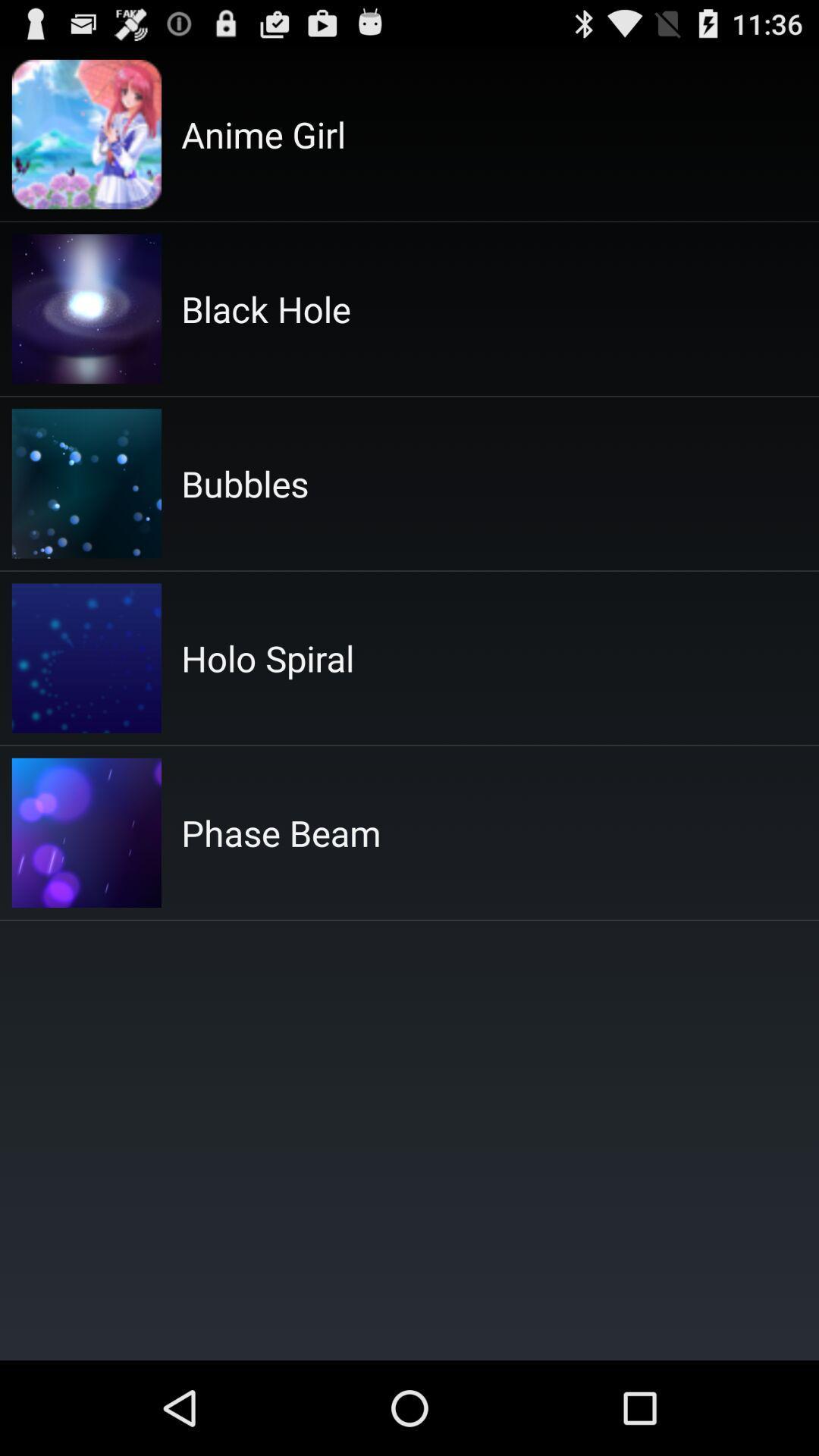  What do you see at coordinates (244, 482) in the screenshot?
I see `the bubbles app` at bounding box center [244, 482].